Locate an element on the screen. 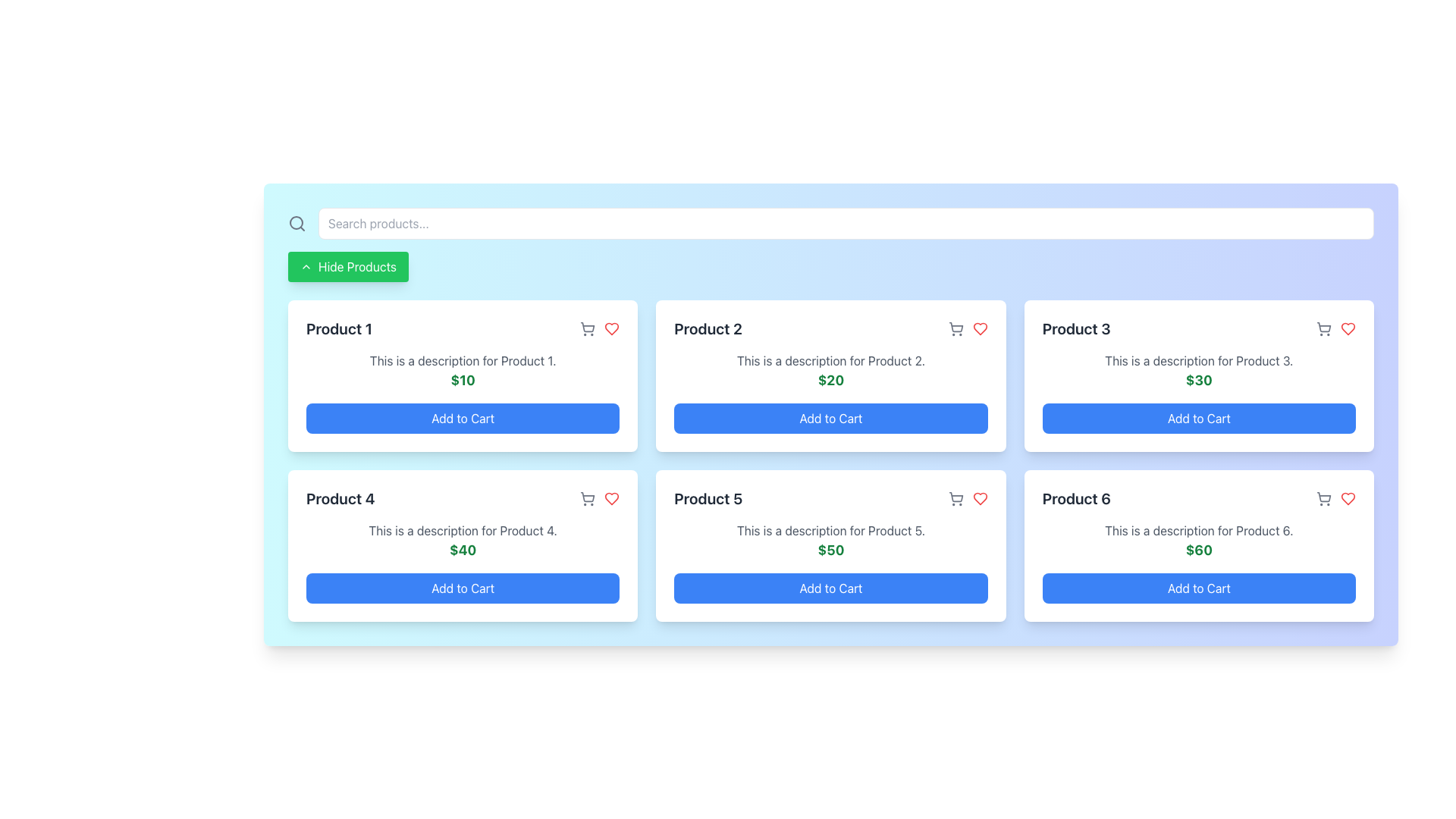 The height and width of the screenshot is (819, 1456). the shopping cart icon, which is a gray cart outline with two circular wheels, positioned to the left of a heart icon in the top-right corner of a product card is located at coordinates (587, 328).